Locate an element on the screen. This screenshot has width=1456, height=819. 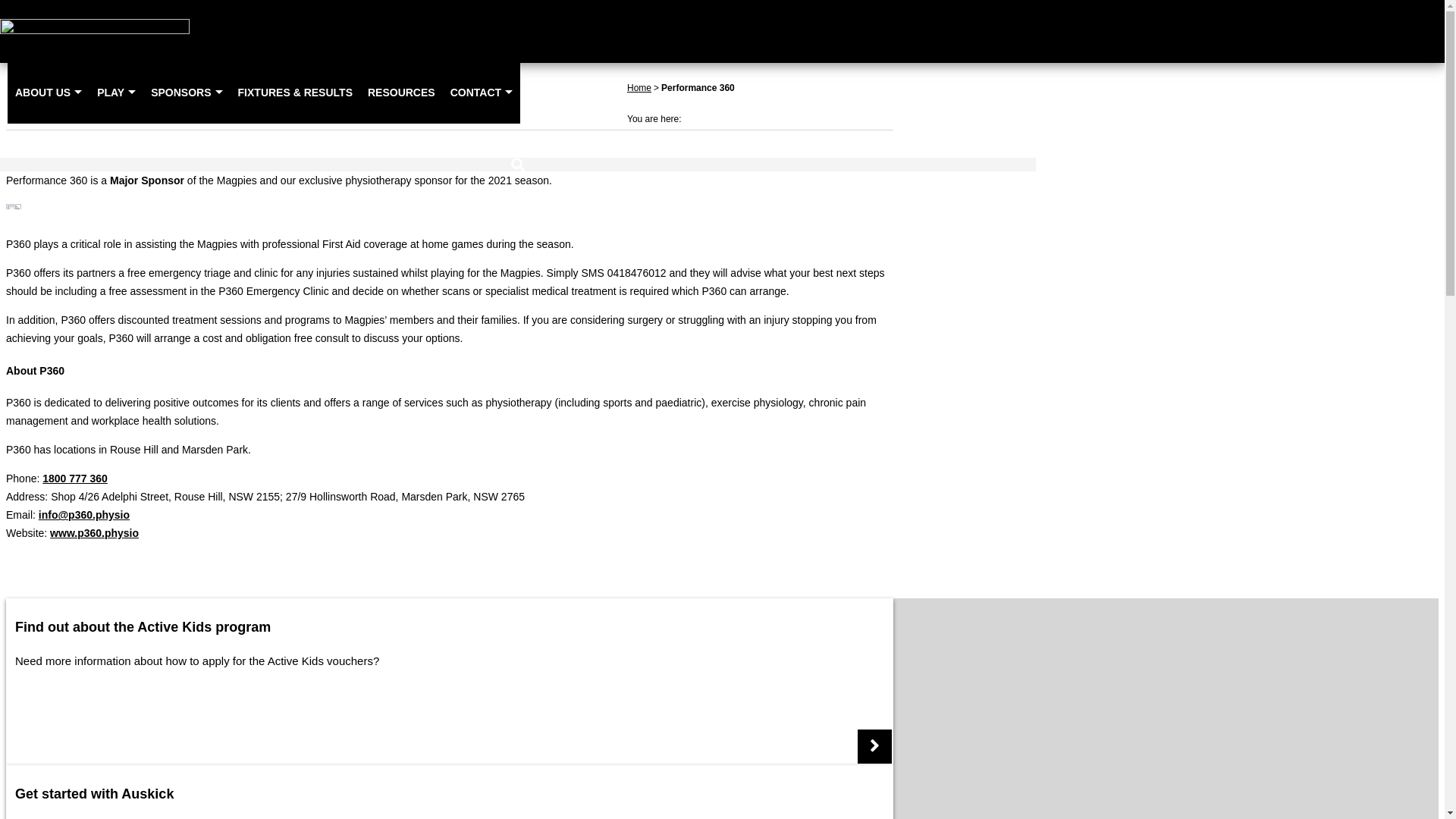
'Home' is located at coordinates (639, 87).